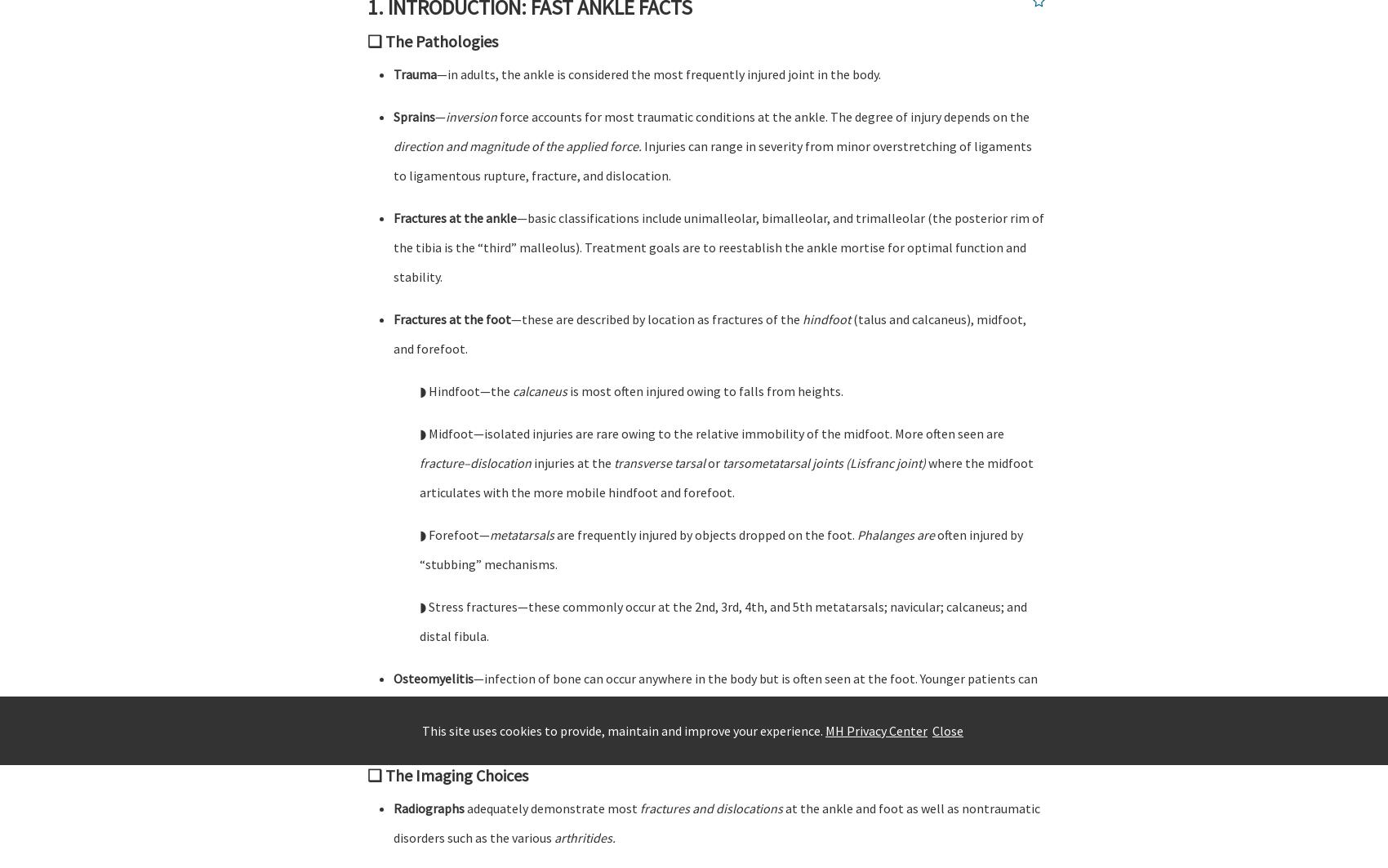 The width and height of the screenshot is (1388, 868). What do you see at coordinates (552, 807) in the screenshot?
I see `'adequately demonstrate most'` at bounding box center [552, 807].